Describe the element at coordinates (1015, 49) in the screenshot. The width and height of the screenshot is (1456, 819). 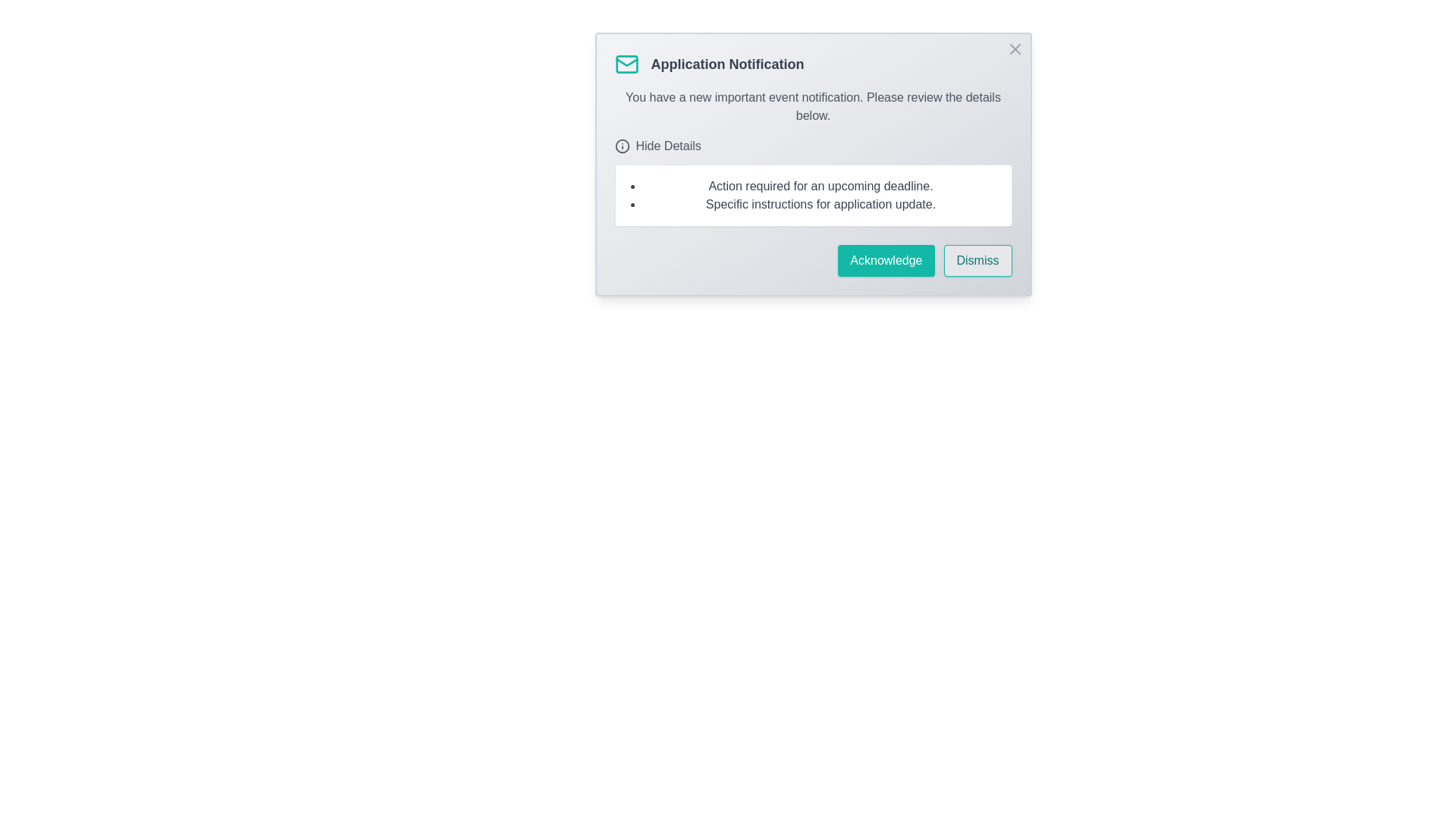
I see `the close button to dismiss the alert` at that location.